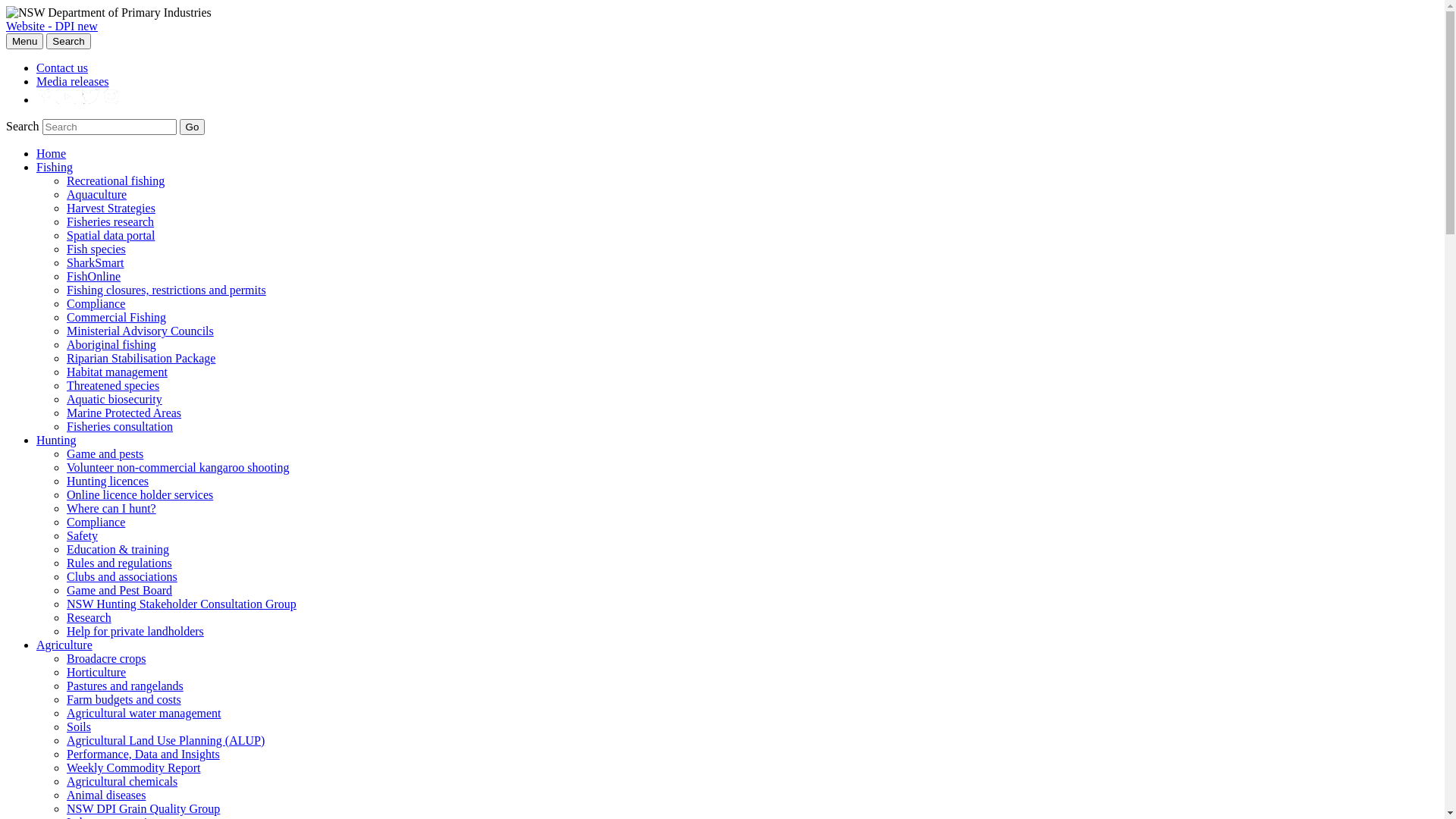 This screenshot has height=819, width=1456. What do you see at coordinates (65, 384) in the screenshot?
I see `'Threatened species'` at bounding box center [65, 384].